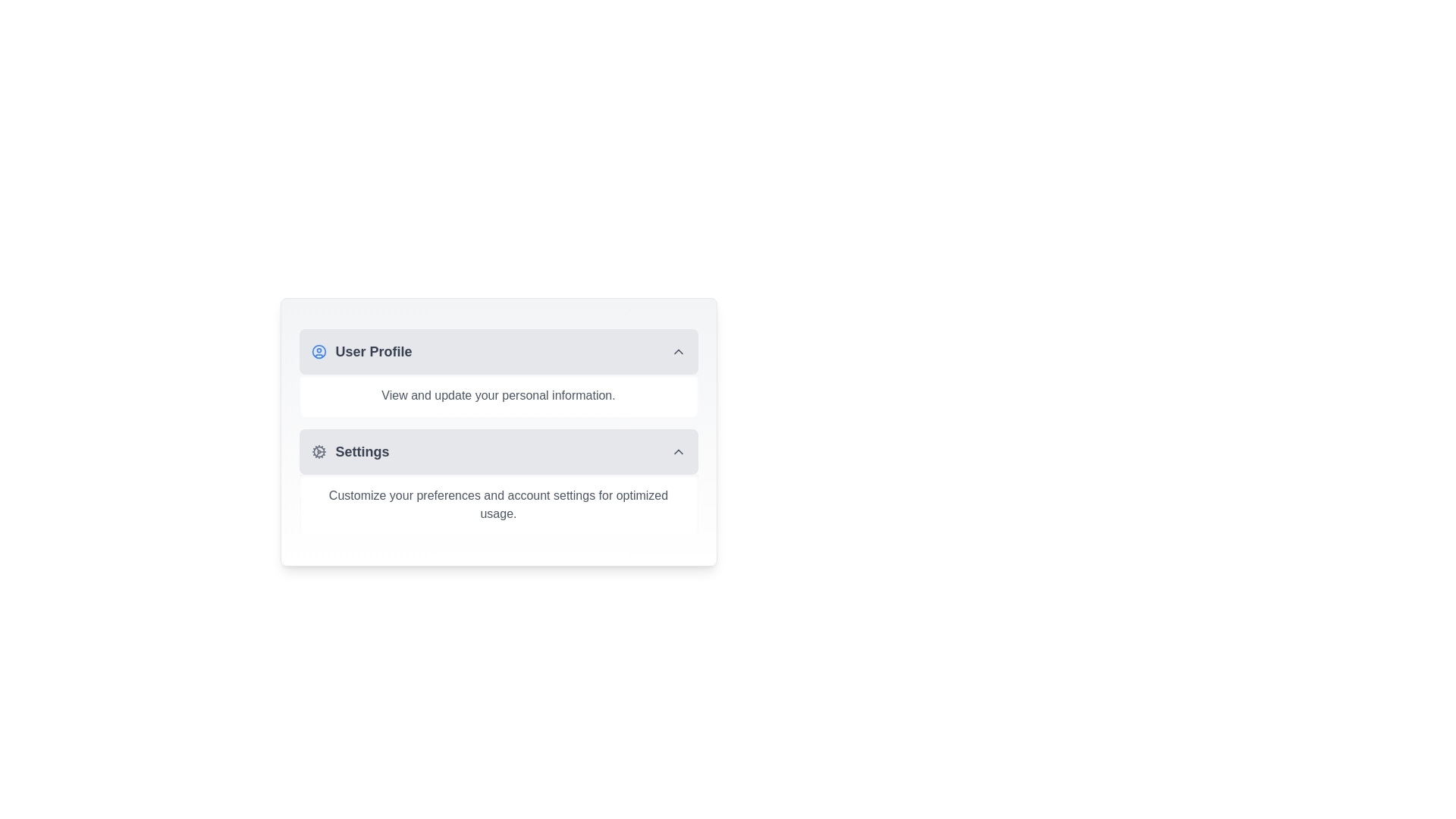 This screenshot has height=819, width=1456. Describe the element at coordinates (498, 394) in the screenshot. I see `text label displaying 'View and update your personal information.' located below the 'User Profile' text, which is in gray font on a white background` at that location.